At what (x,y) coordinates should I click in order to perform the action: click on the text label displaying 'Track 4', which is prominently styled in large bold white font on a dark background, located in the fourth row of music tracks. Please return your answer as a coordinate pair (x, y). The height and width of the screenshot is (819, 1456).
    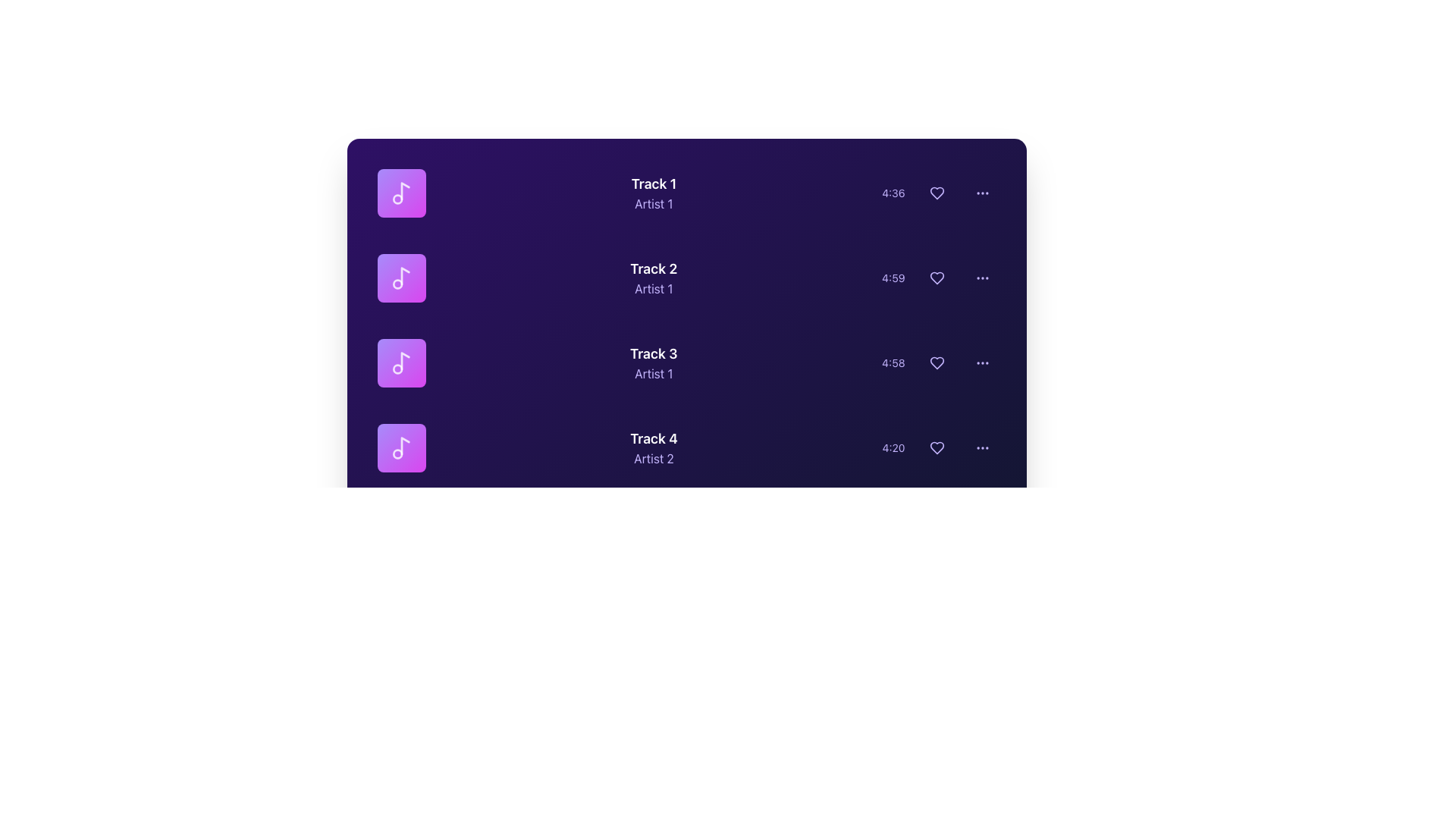
    Looking at the image, I should click on (654, 438).